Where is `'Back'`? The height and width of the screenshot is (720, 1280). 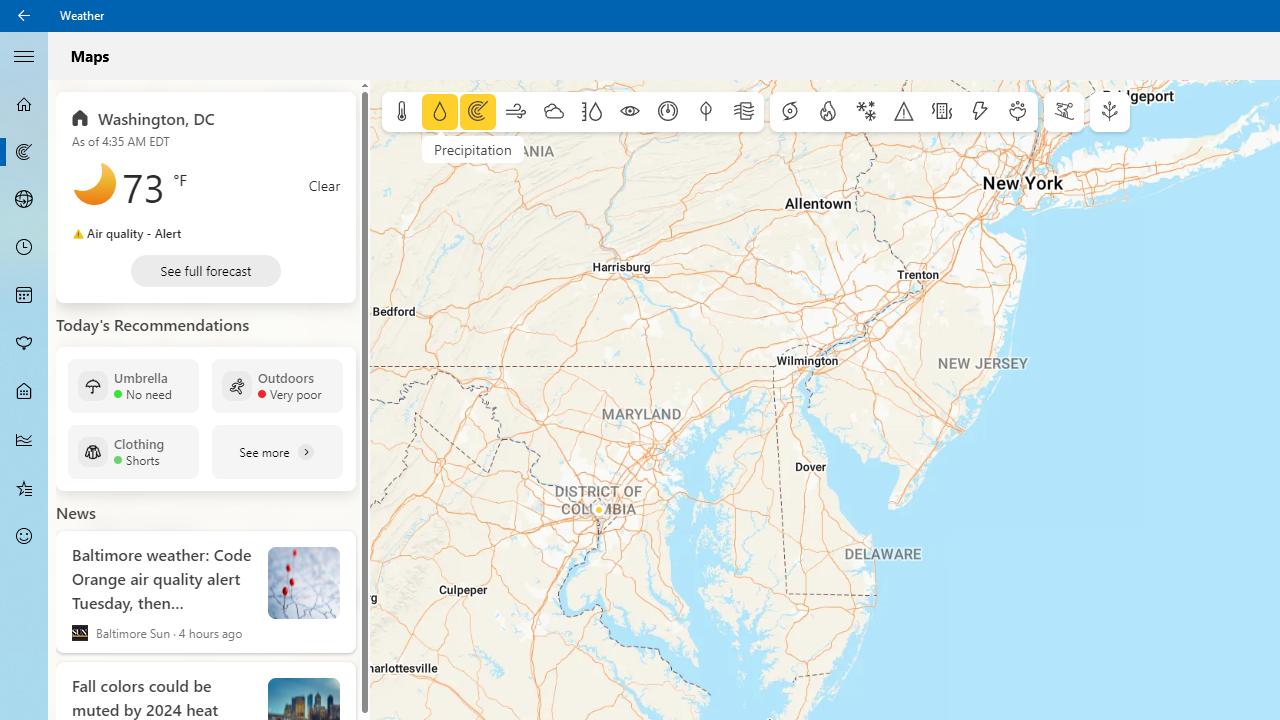
'Back' is located at coordinates (24, 15).